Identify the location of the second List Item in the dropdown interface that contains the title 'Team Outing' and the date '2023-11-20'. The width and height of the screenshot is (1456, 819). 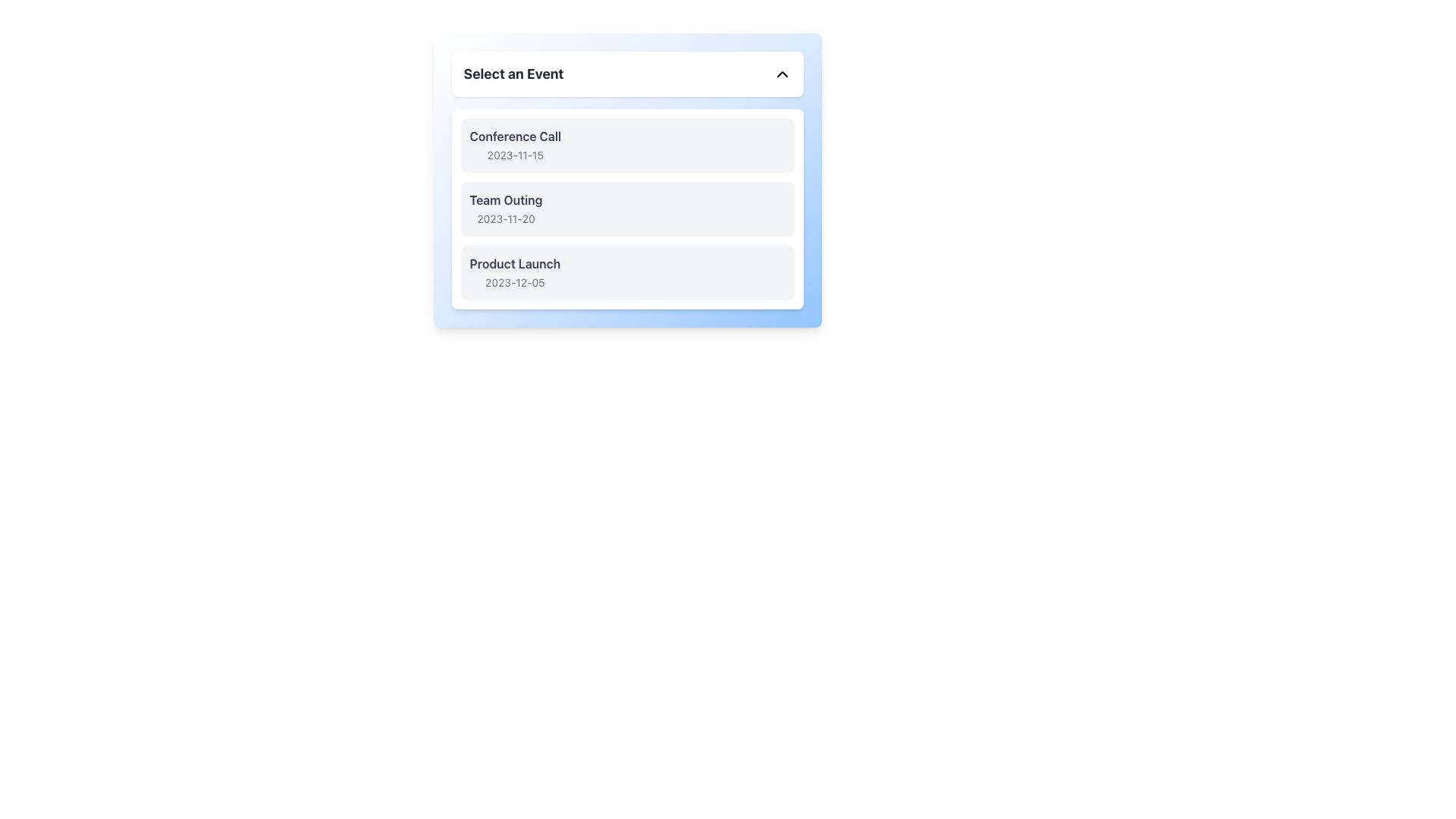
(627, 209).